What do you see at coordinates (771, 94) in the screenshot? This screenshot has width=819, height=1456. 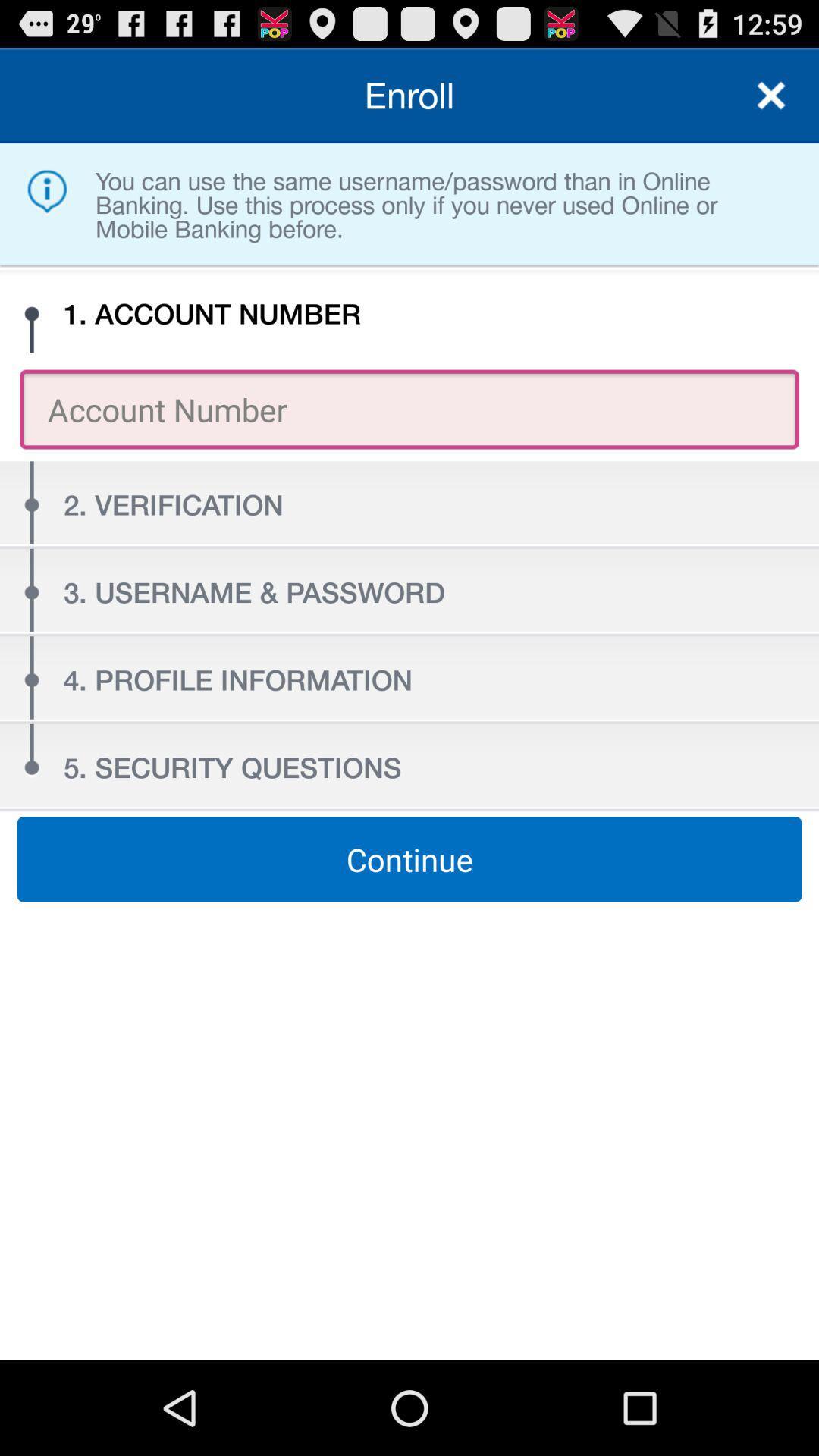 I see `item above you can use icon` at bounding box center [771, 94].